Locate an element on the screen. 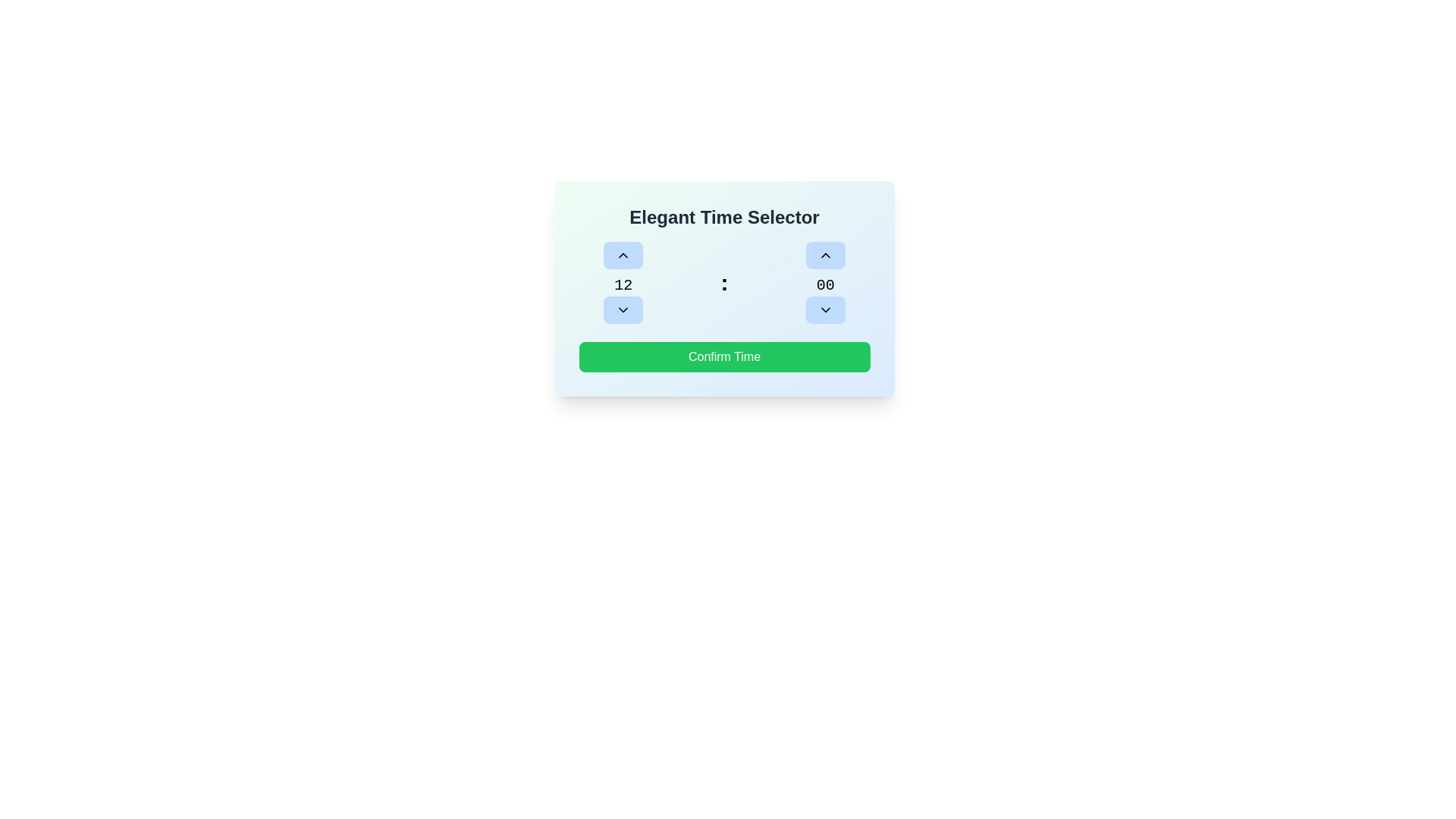 This screenshot has height=819, width=1456. the increment button located at the top-left area of the time selector interface, directly above the number '12', to increment the hour value is located at coordinates (623, 254).